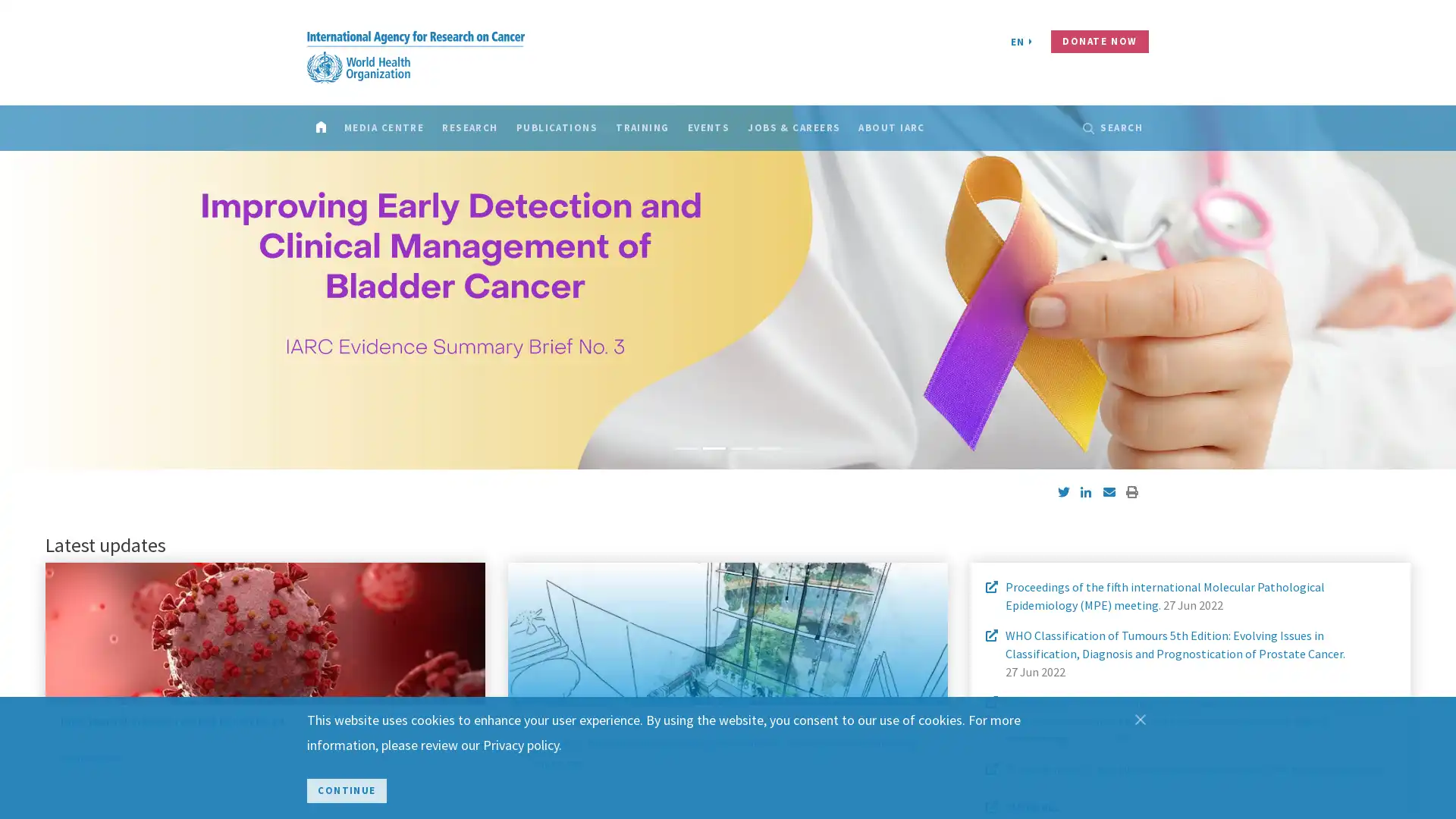  Describe the element at coordinates (742, 447) in the screenshot. I see `Goto Slide 3` at that location.